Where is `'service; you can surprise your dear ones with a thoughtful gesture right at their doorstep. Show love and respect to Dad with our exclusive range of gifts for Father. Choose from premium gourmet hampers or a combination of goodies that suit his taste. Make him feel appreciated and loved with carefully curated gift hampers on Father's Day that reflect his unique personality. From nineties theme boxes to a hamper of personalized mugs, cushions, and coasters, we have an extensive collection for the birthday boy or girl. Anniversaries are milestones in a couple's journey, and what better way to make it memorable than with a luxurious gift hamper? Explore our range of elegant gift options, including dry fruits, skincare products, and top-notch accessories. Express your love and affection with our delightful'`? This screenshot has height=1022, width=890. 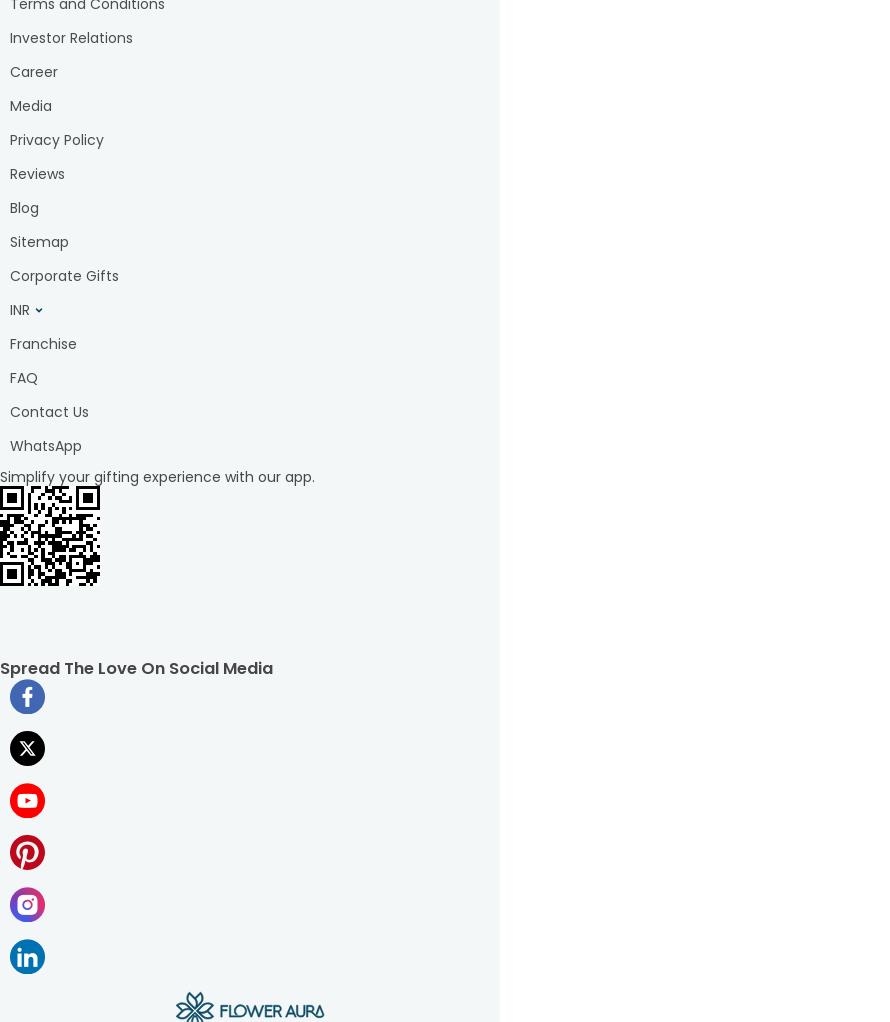 'service; you can surprise your dear ones with a thoughtful gesture right at their doorstep. Show love and respect to Dad with our exclusive range of gifts for Father. Choose from premium gourmet hampers or a combination of goodies that suit his taste. Make him feel appreciated and loved with carefully curated gift hampers on Father's Day that reflect his unique personality. From nineties theme boxes to a hamper of personalized mugs, cushions, and coasters, we have an extensive collection for the birthday boy or girl. Anniversaries are milestones in a couple's journey, and what better way to make it memorable than with a luxurious gift hamper? Explore our range of elegant gift options, including dry fruits, skincare products, and top-notch accessories. Express your love and affection with our delightful' is located at coordinates (249, 206).